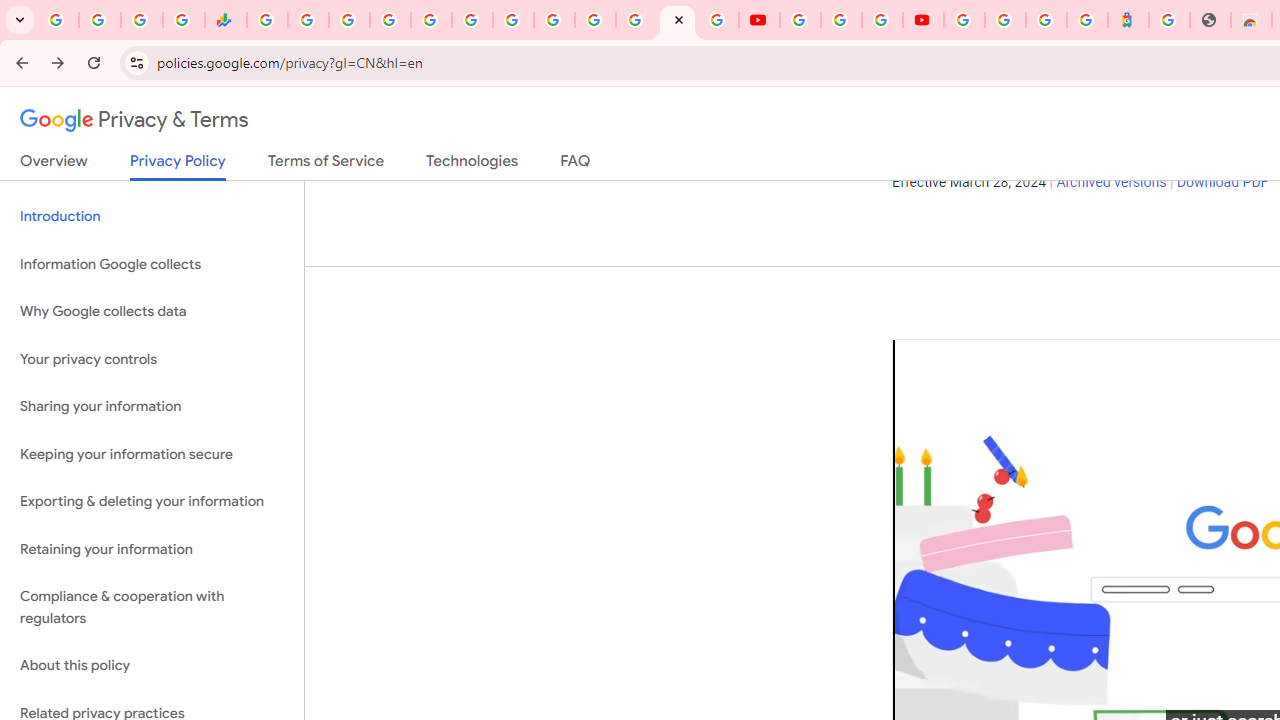 The image size is (1280, 720). Describe the element at coordinates (1110, 183) in the screenshot. I see `'Archived versions'` at that location.